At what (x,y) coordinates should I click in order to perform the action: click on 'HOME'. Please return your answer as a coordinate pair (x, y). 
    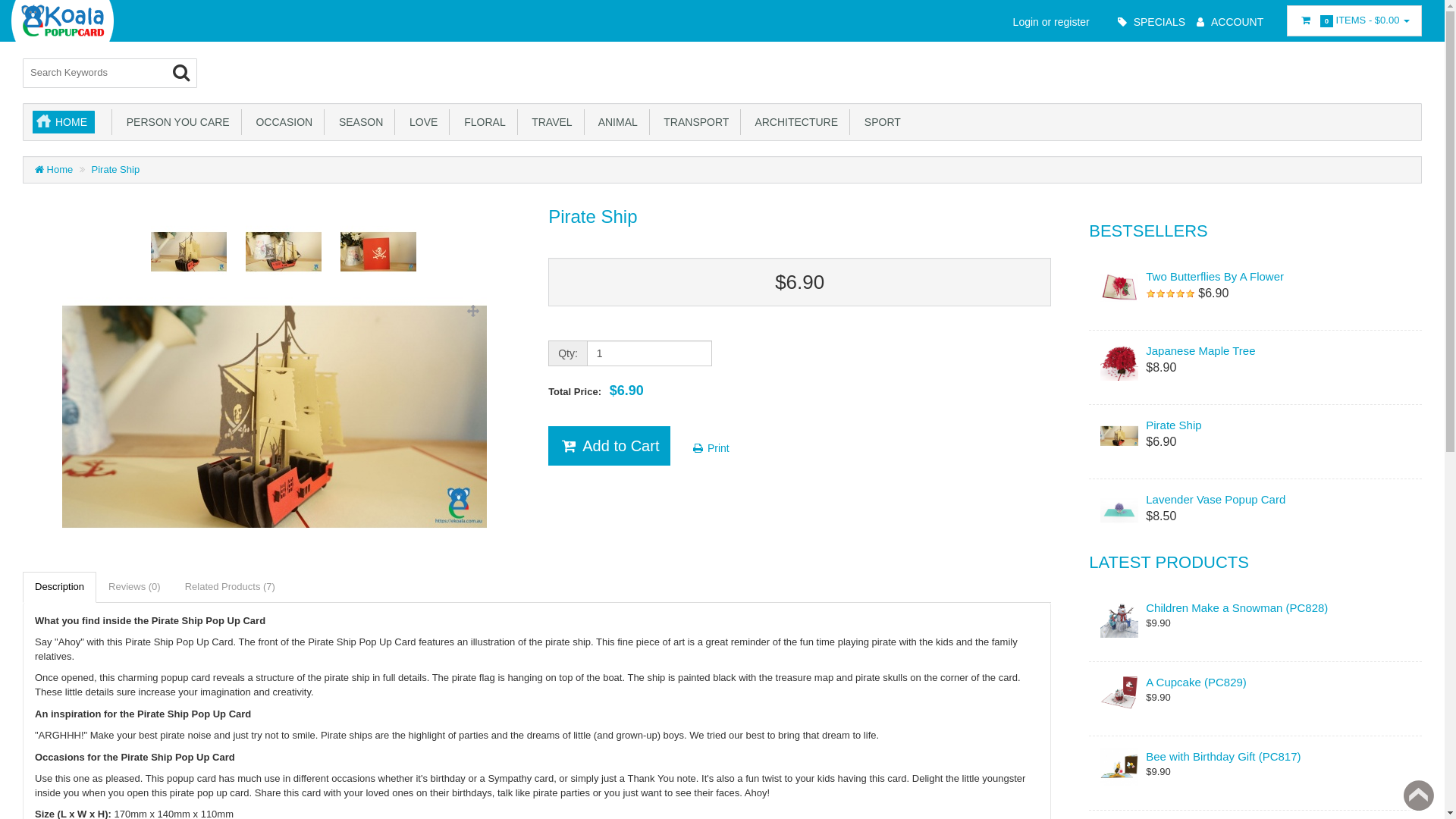
    Looking at the image, I should click on (63, 121).